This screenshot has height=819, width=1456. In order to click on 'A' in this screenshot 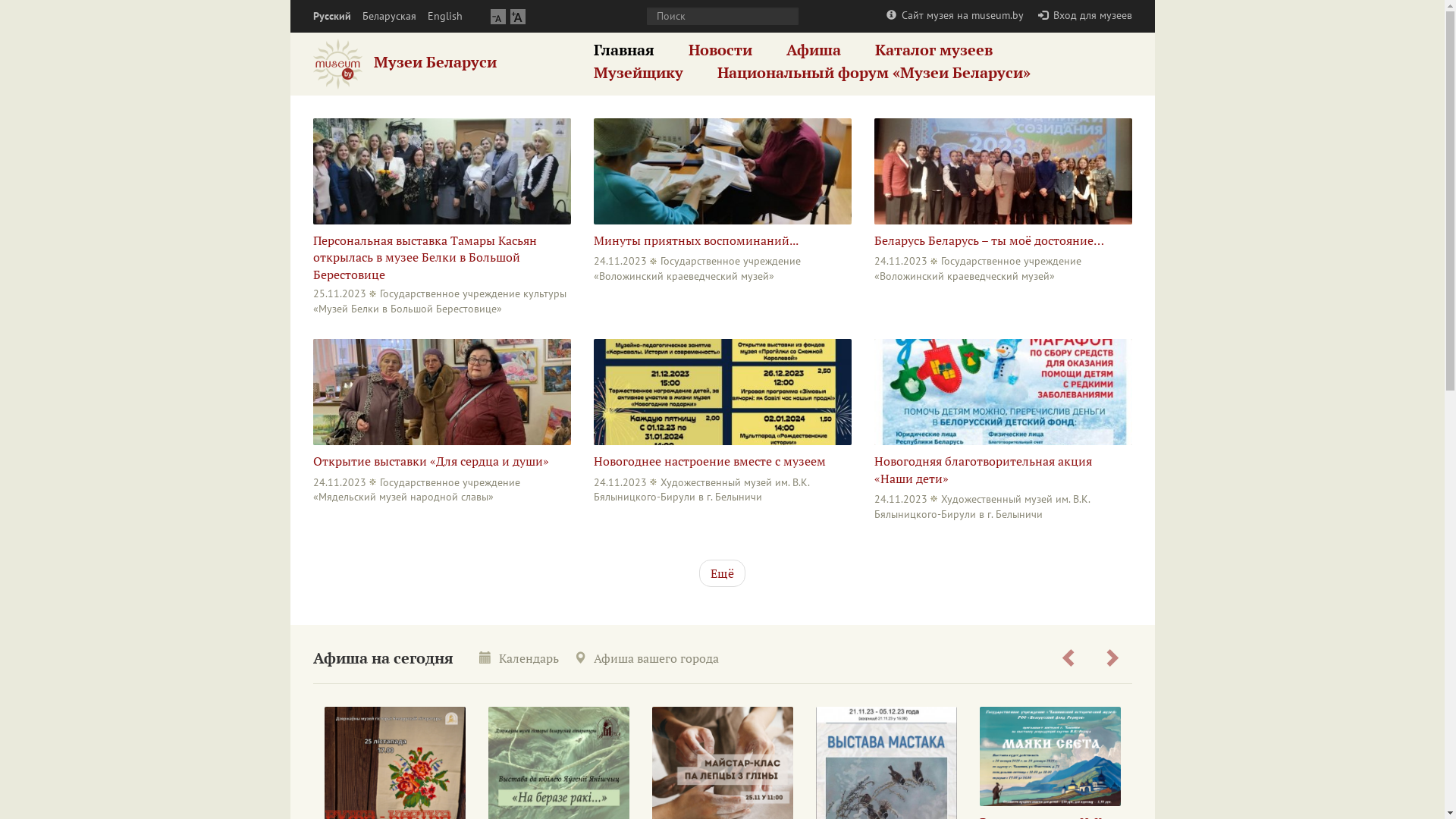, I will do `click(497, 16)`.